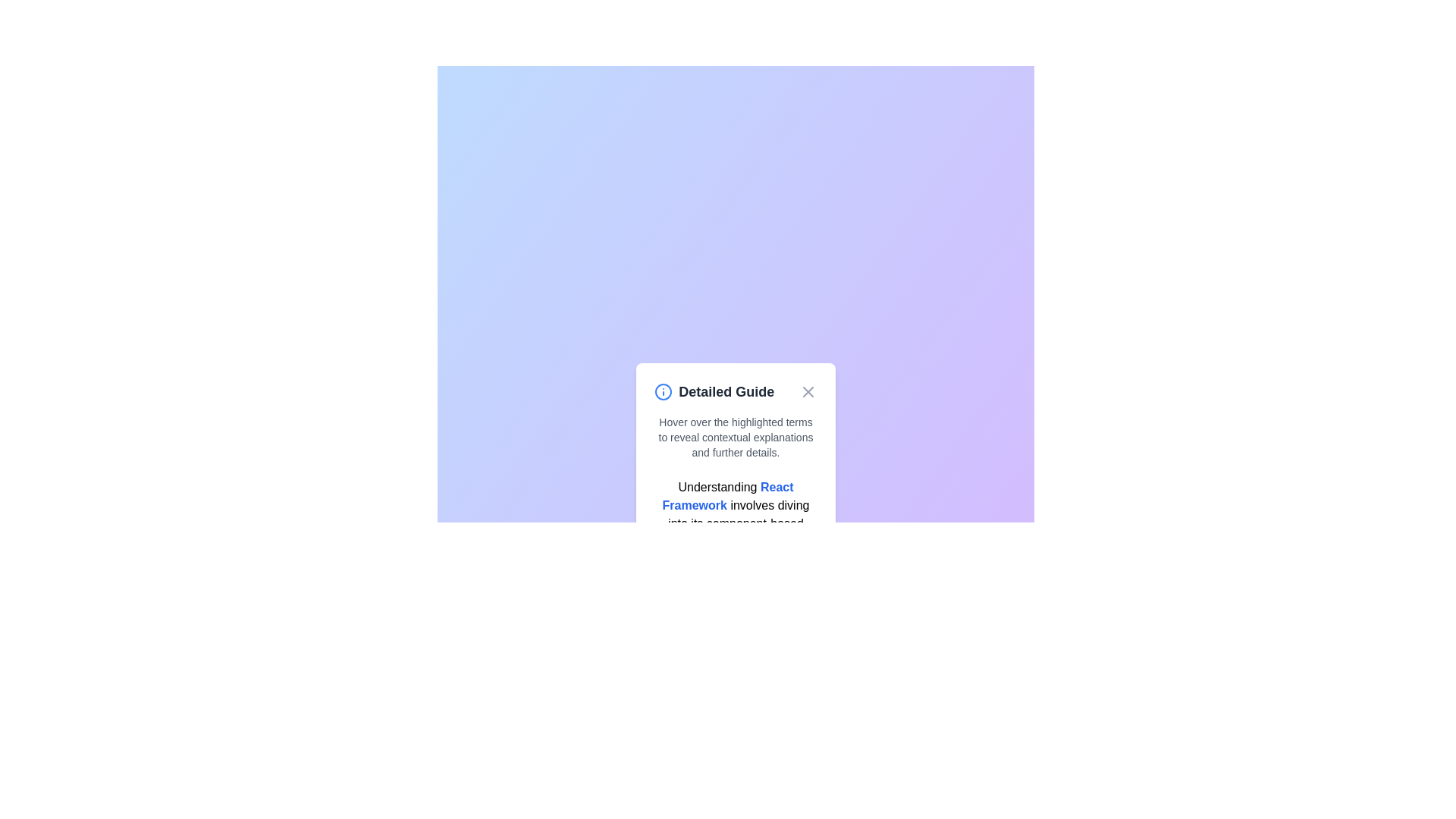 This screenshot has width=1456, height=819. I want to click on the 'X' icon in the top-right corner of the 'Detailed Guide' tooltip window, so click(807, 391).